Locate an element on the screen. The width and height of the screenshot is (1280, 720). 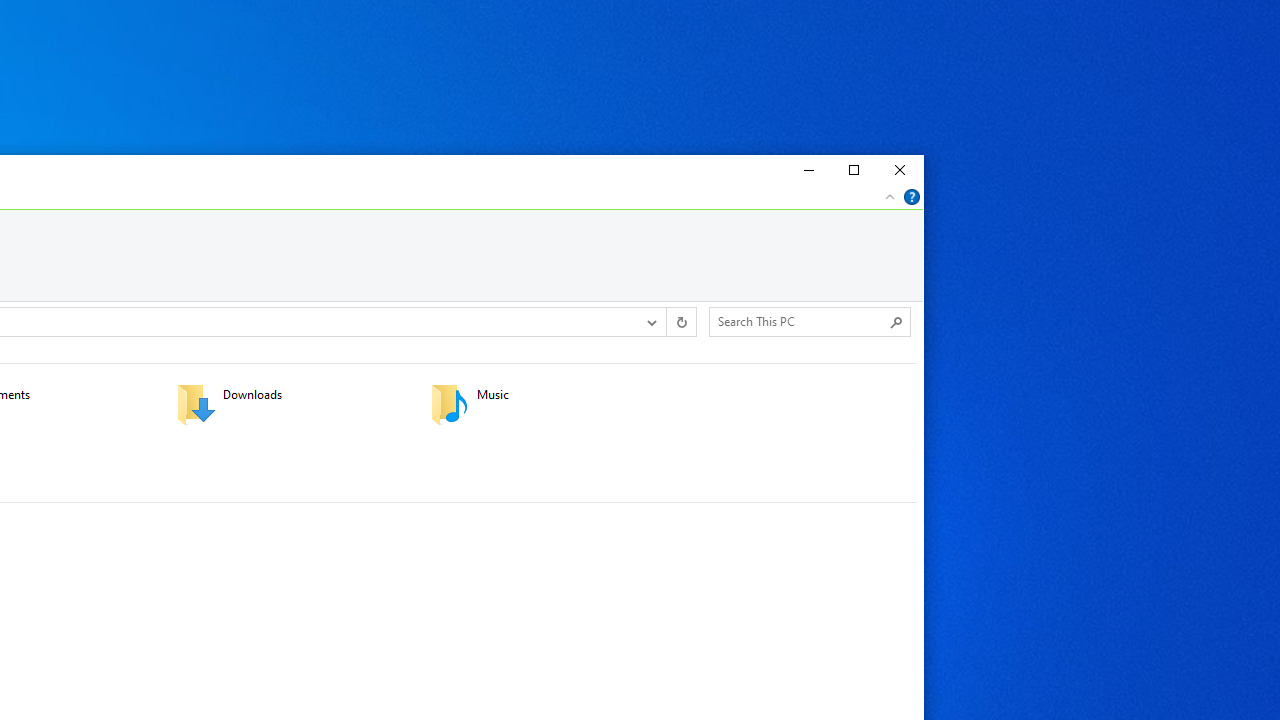
'Downloads' is located at coordinates (290, 403).